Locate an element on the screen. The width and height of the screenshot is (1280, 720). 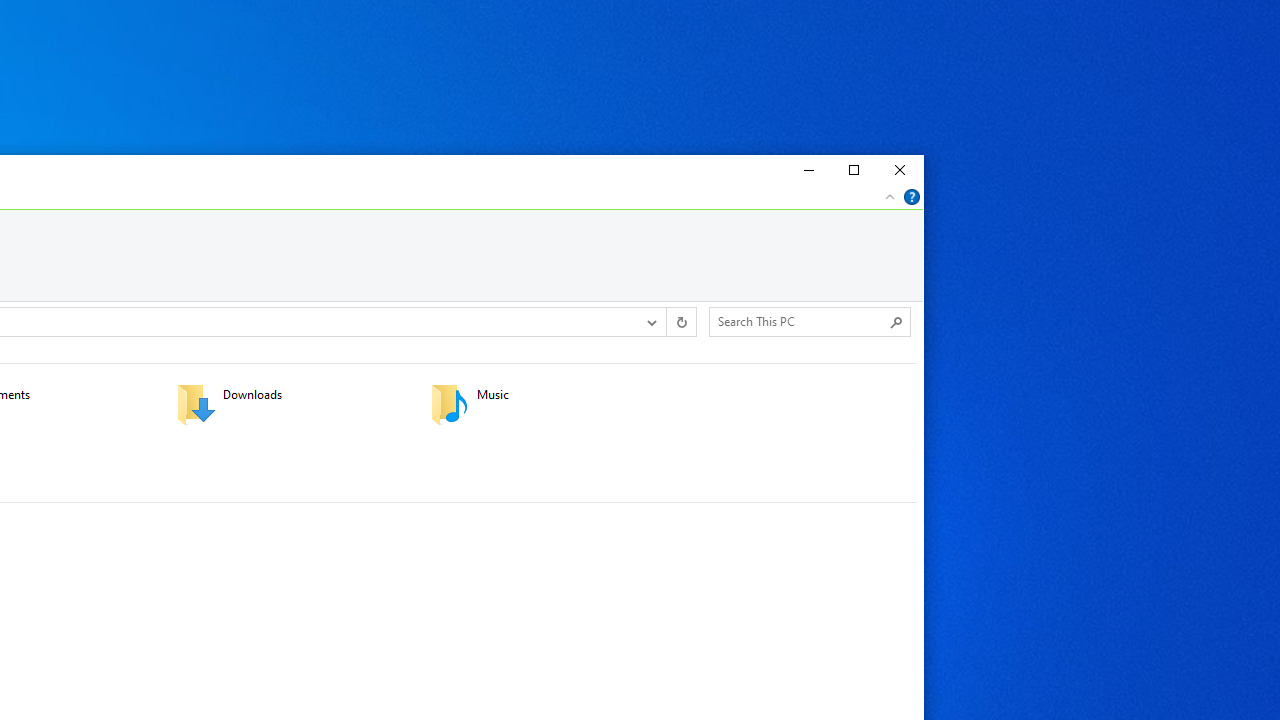
'Downloads' is located at coordinates (290, 403).